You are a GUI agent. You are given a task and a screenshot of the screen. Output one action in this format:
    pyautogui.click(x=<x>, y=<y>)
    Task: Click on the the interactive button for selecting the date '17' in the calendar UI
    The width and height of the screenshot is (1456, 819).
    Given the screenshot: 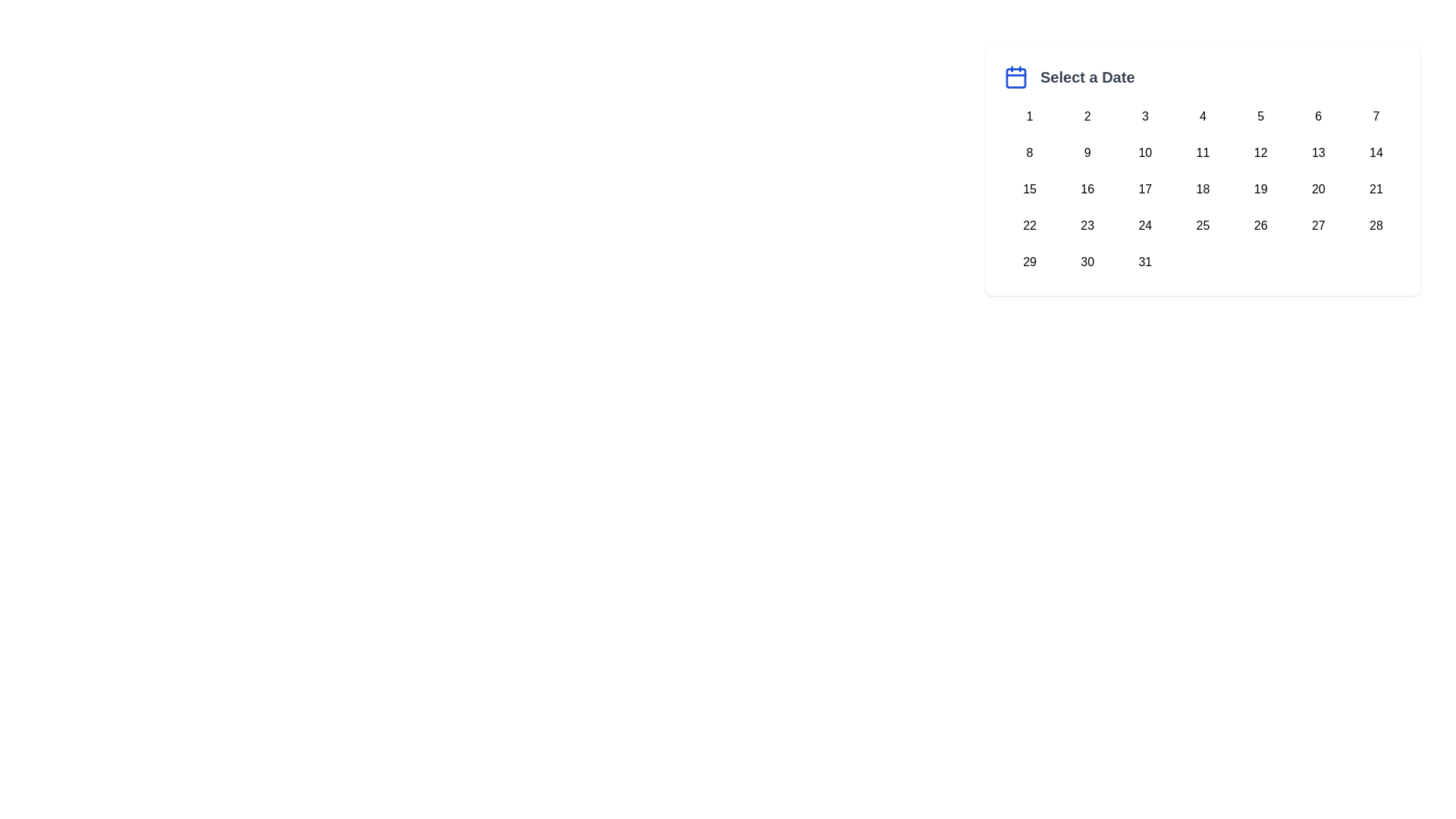 What is the action you would take?
    pyautogui.click(x=1145, y=189)
    